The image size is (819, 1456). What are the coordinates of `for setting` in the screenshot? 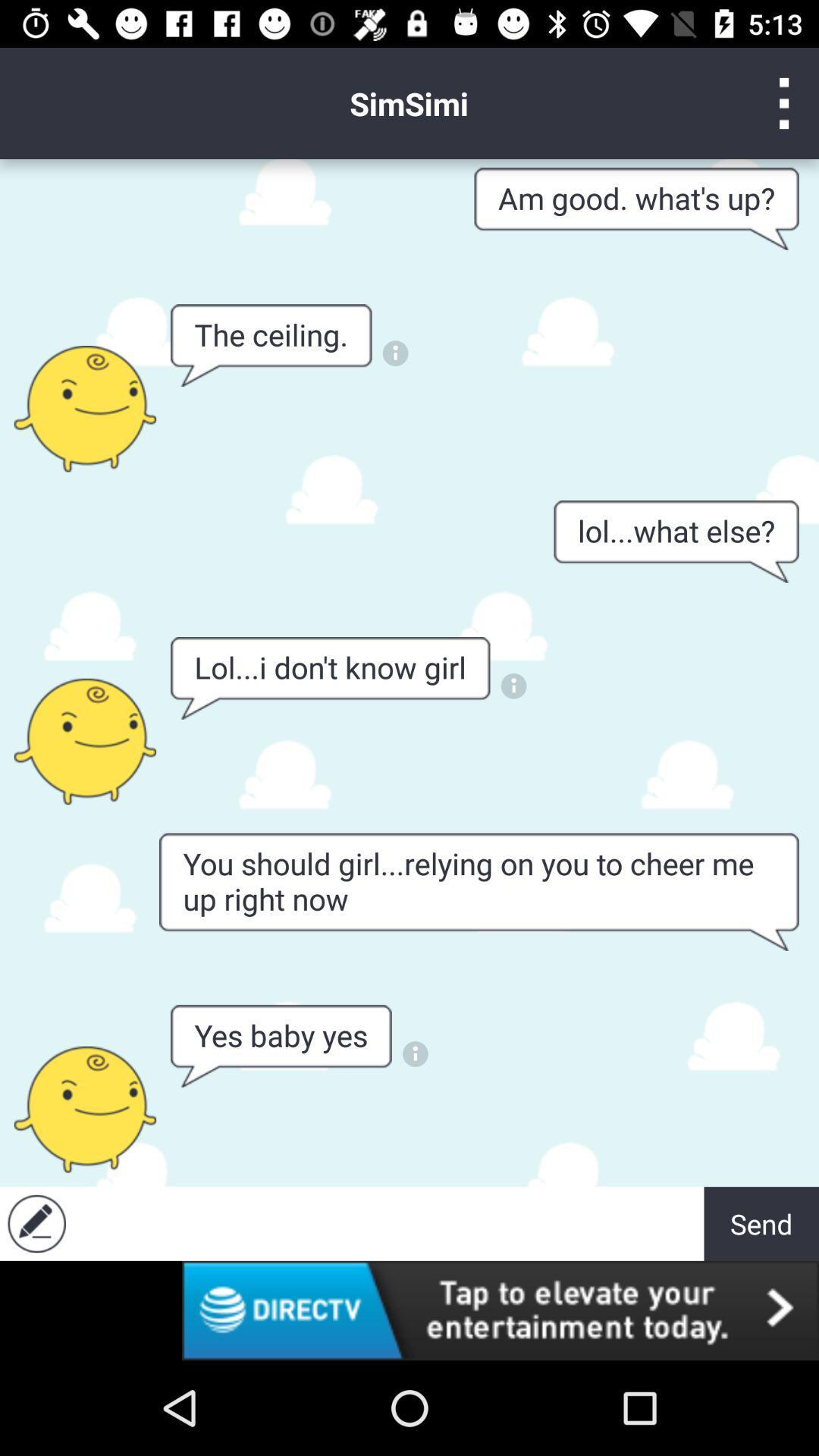 It's located at (784, 102).